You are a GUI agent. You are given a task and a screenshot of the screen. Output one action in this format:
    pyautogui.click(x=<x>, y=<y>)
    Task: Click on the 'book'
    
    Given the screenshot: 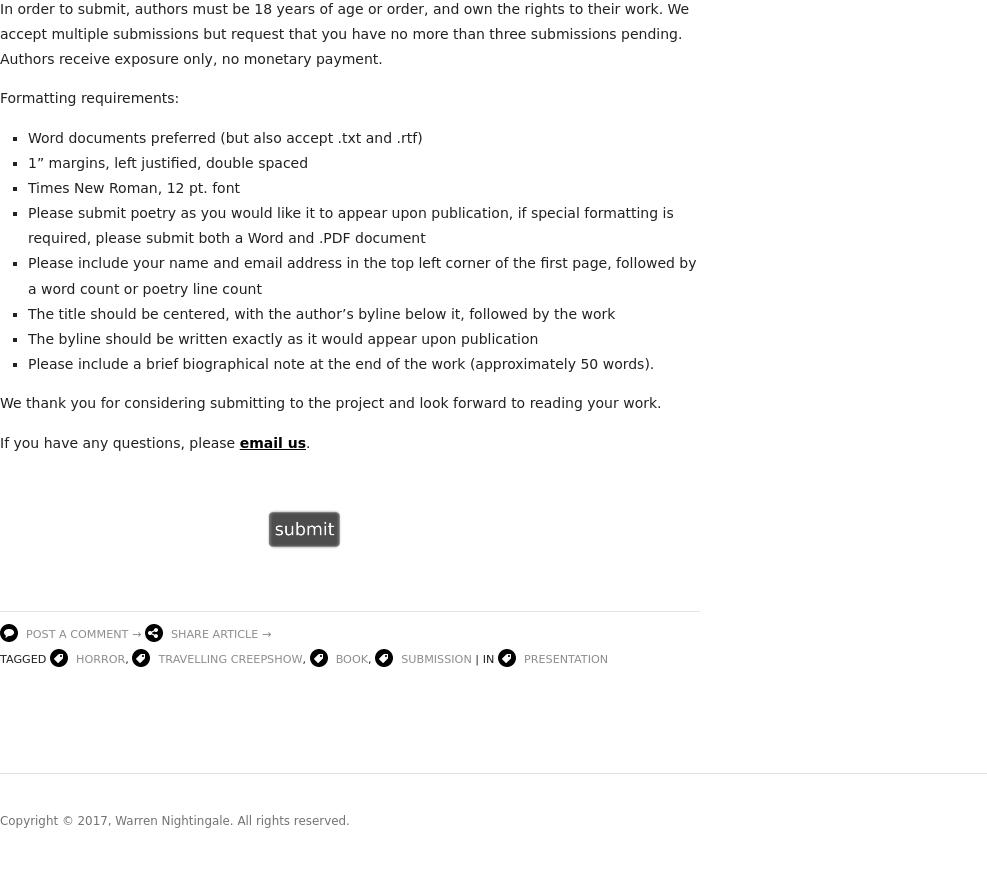 What is the action you would take?
    pyautogui.click(x=350, y=659)
    